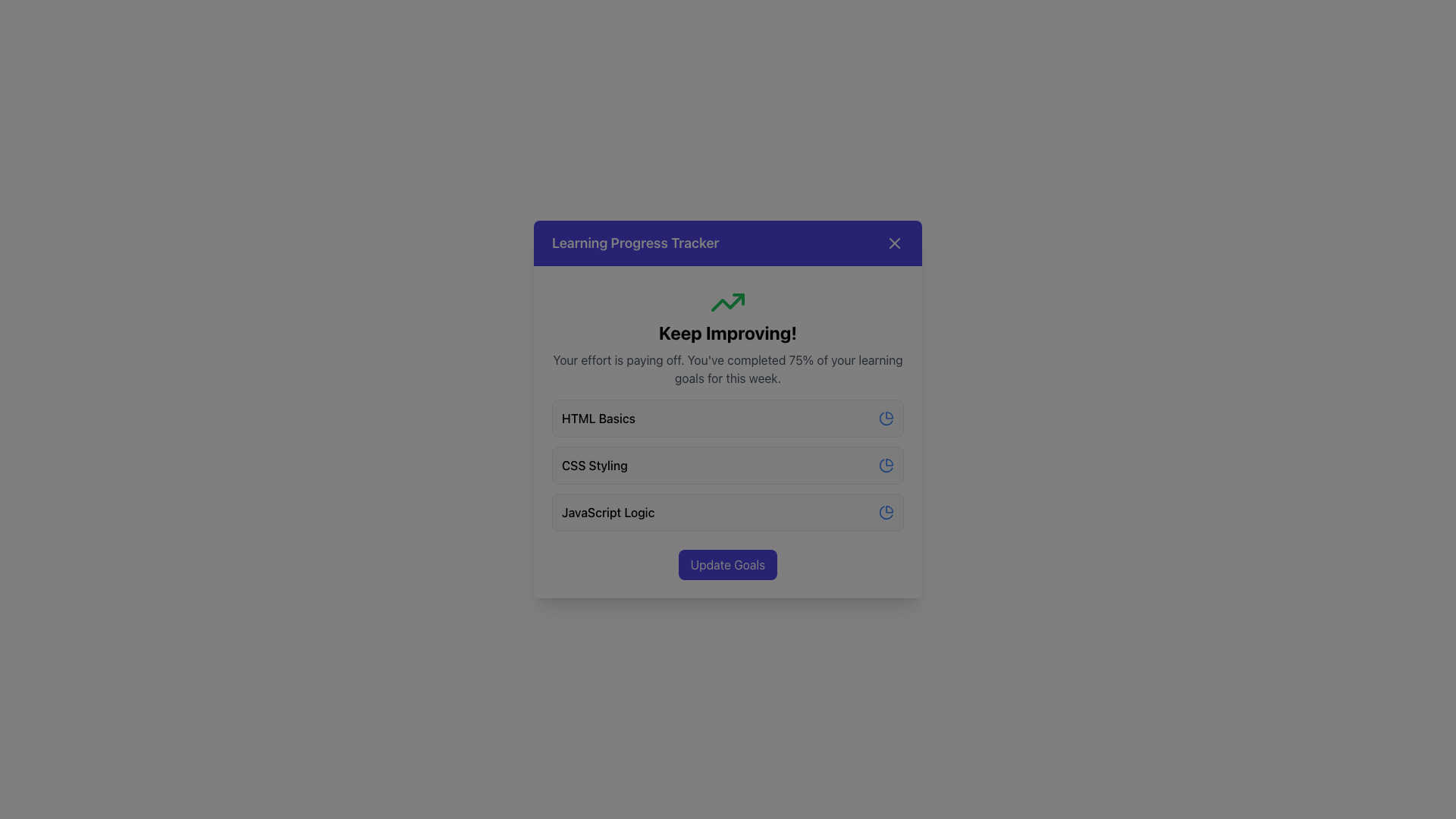  Describe the element at coordinates (598, 418) in the screenshot. I see `the text label identifying the module 'HTML Basics' located in the first card of the modal, positioned above the 'CSS Styling' and 'JavaScript Logic' cards` at that location.